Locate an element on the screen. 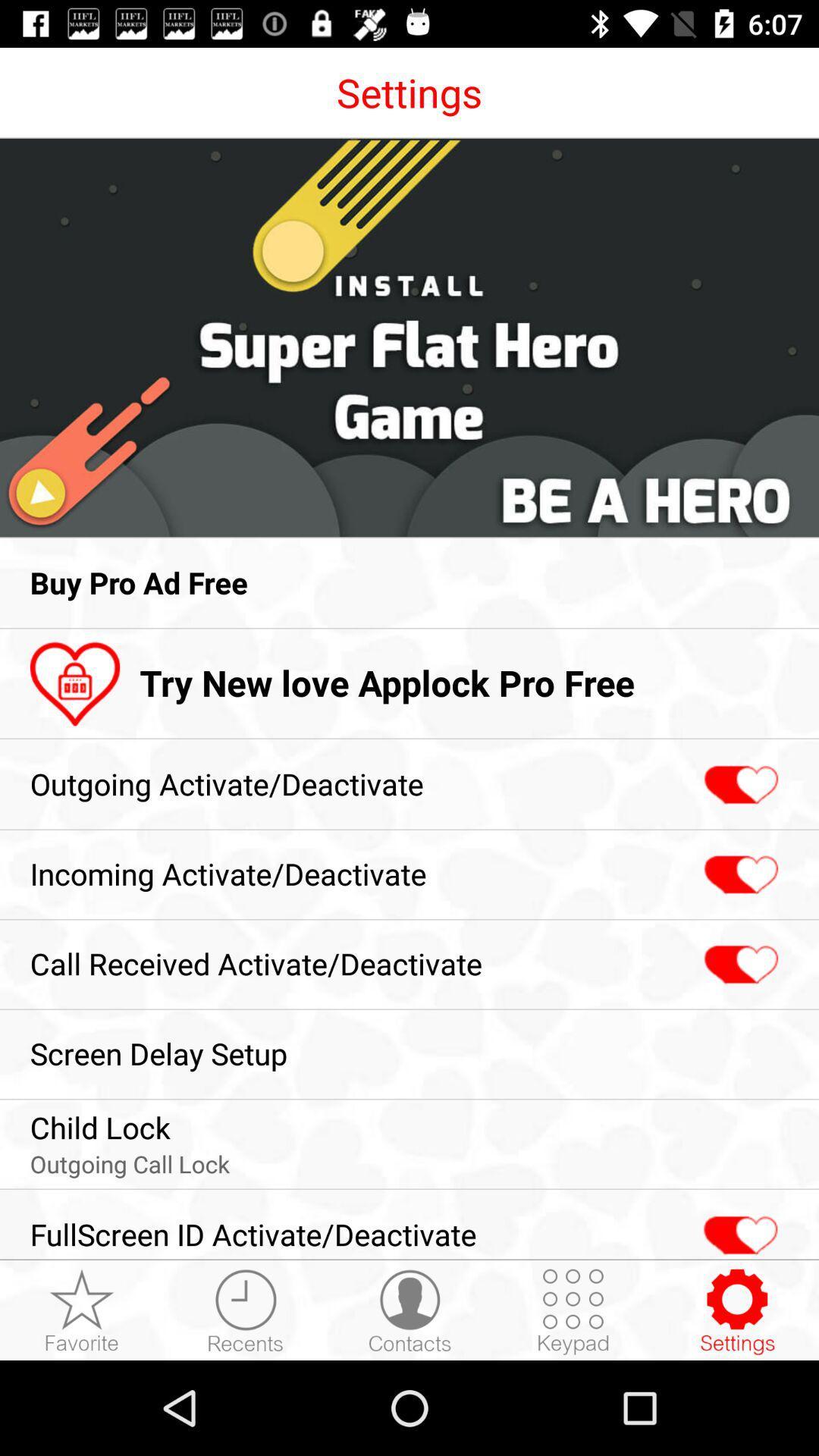 The width and height of the screenshot is (819, 1456). the favorite icon is located at coordinates (739, 875).